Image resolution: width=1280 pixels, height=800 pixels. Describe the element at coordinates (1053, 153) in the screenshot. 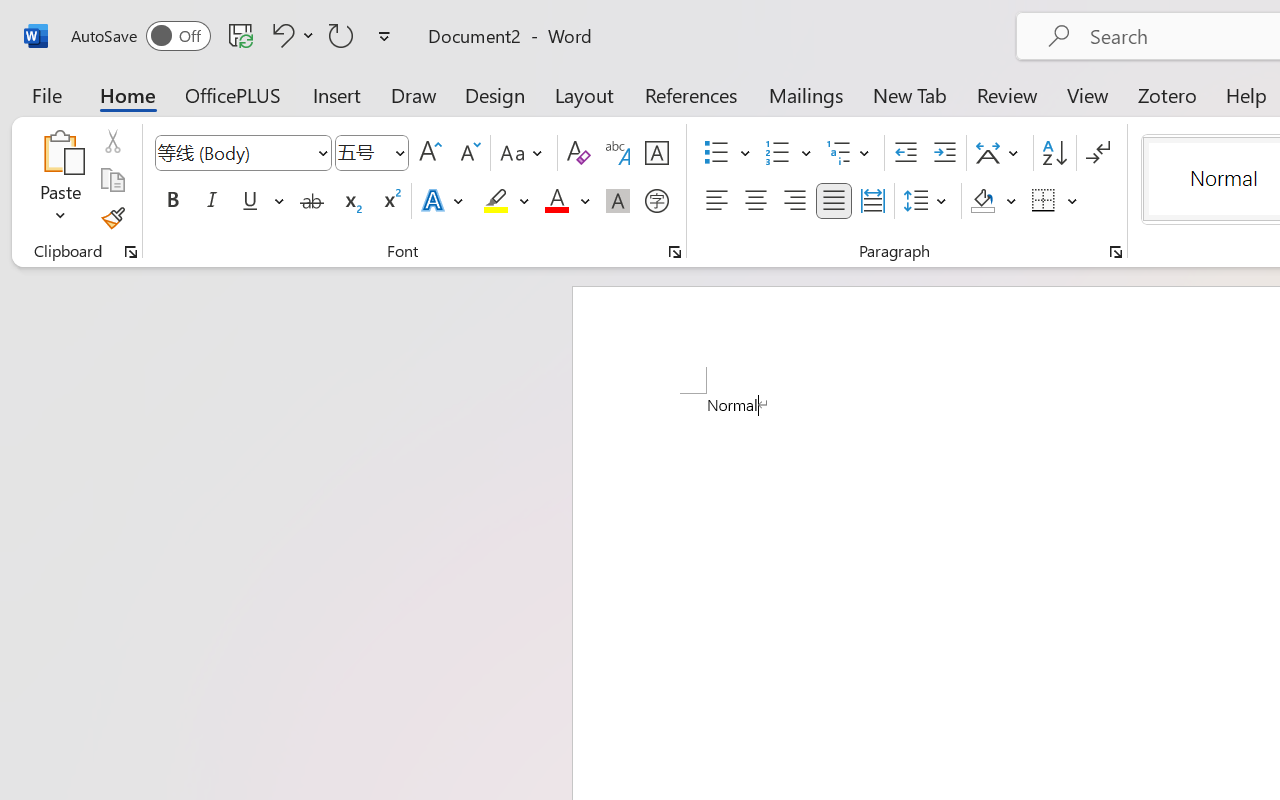

I see `'Sort...'` at that location.